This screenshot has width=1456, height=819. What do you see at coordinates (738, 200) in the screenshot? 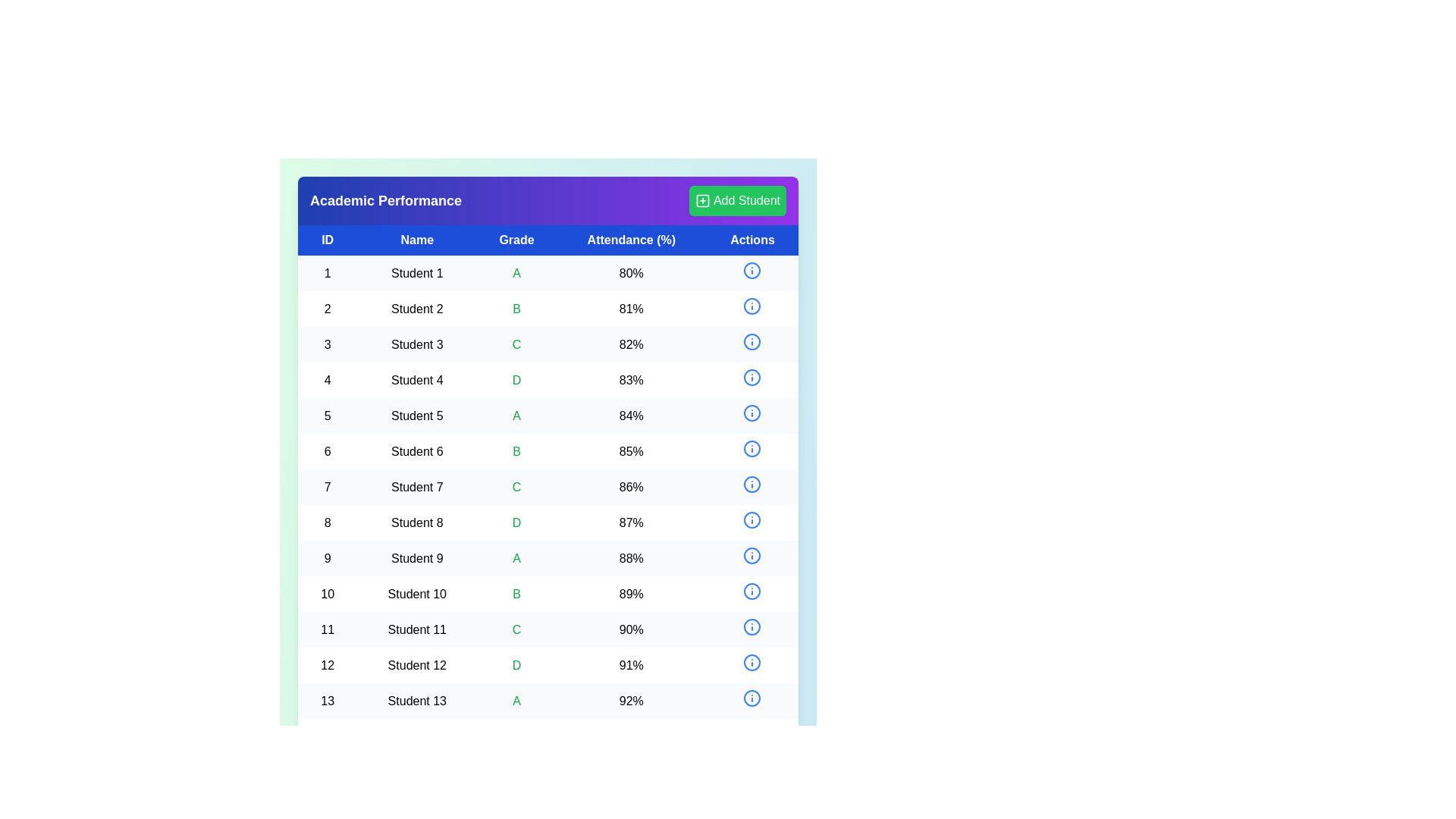
I see `the 'Add Student' button to add a new student` at bounding box center [738, 200].